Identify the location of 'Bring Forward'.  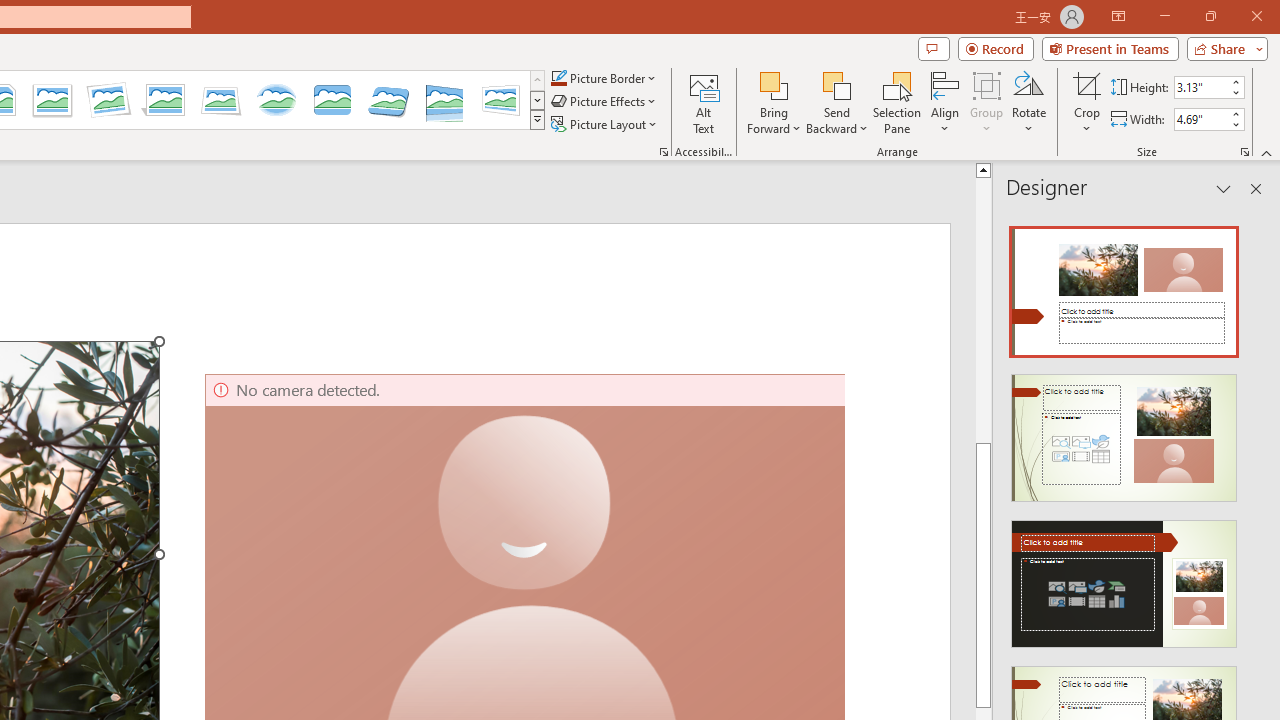
(773, 84).